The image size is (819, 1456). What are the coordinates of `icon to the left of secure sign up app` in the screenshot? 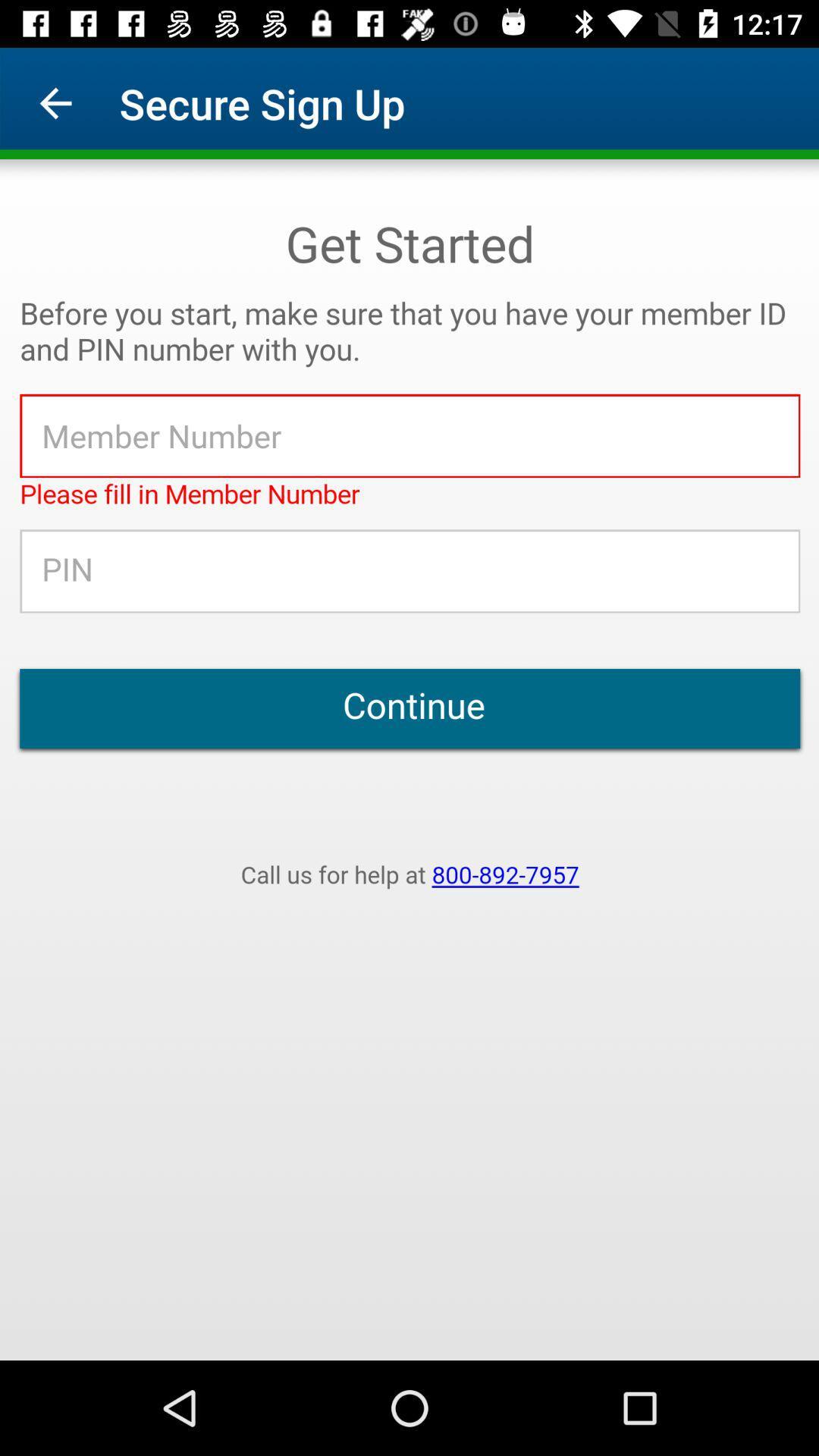 It's located at (55, 102).